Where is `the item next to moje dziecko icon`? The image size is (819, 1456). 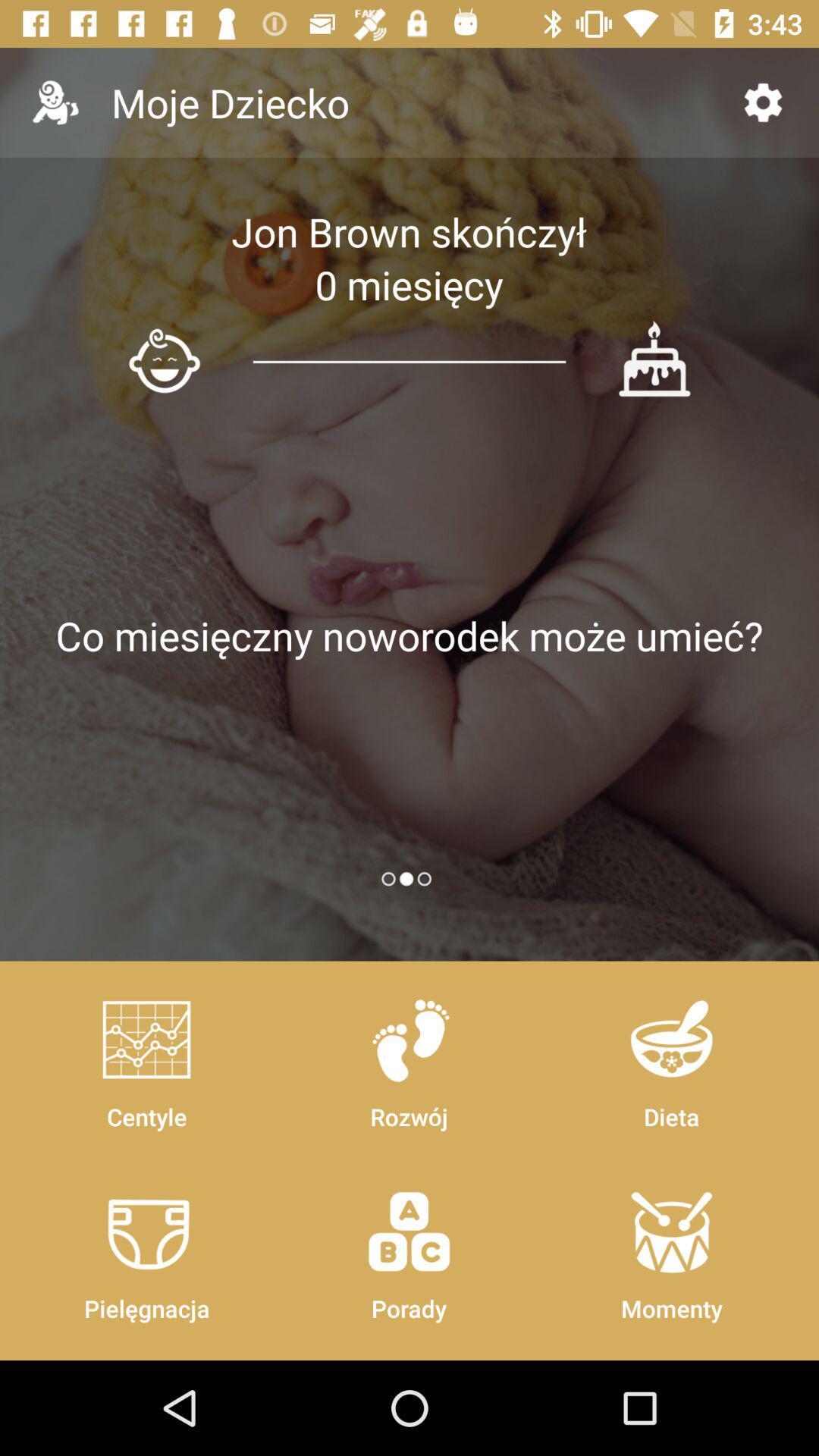 the item next to moje dziecko icon is located at coordinates (763, 102).